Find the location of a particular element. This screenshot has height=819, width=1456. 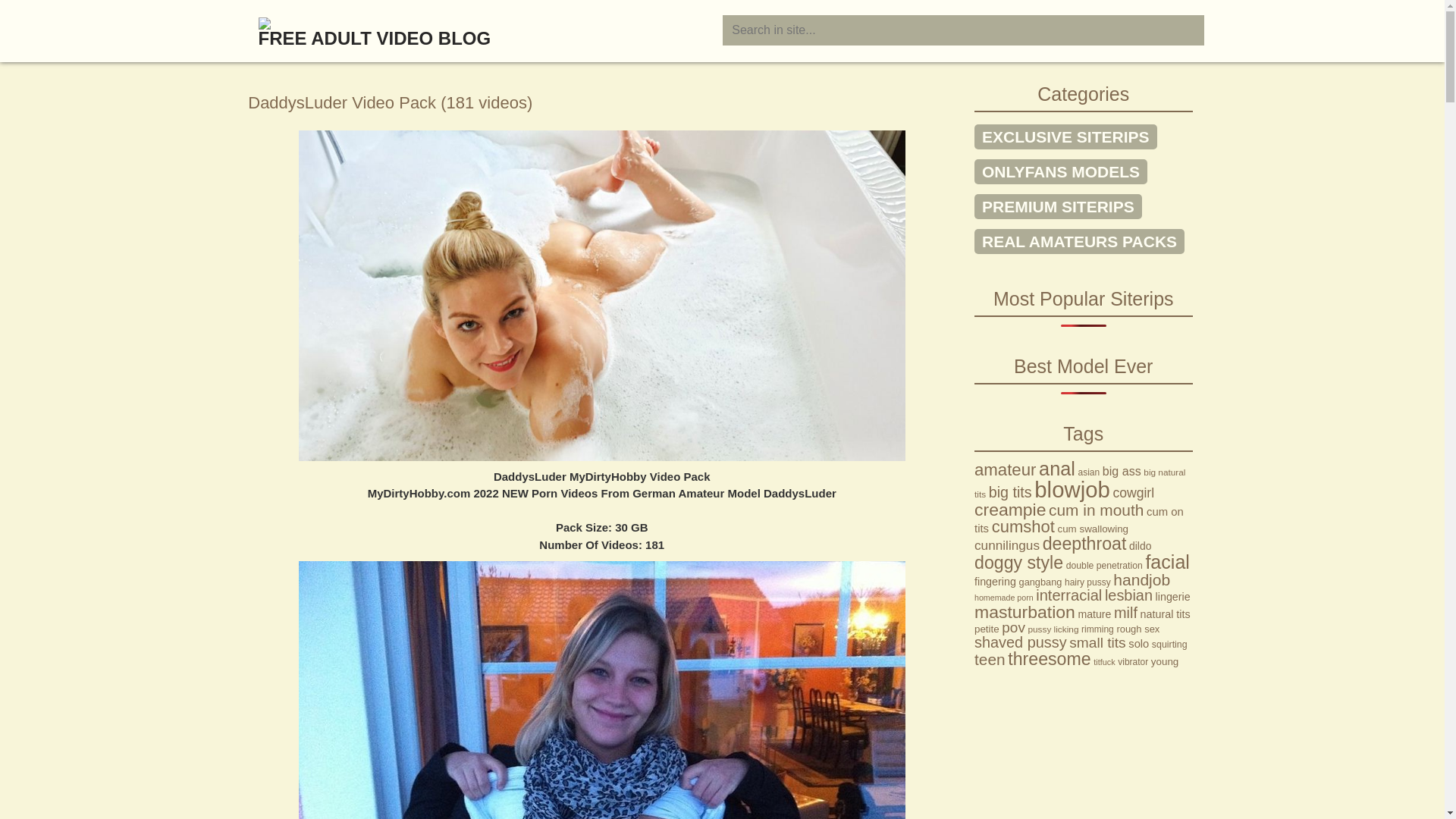

'big tits' is located at coordinates (1010, 491).